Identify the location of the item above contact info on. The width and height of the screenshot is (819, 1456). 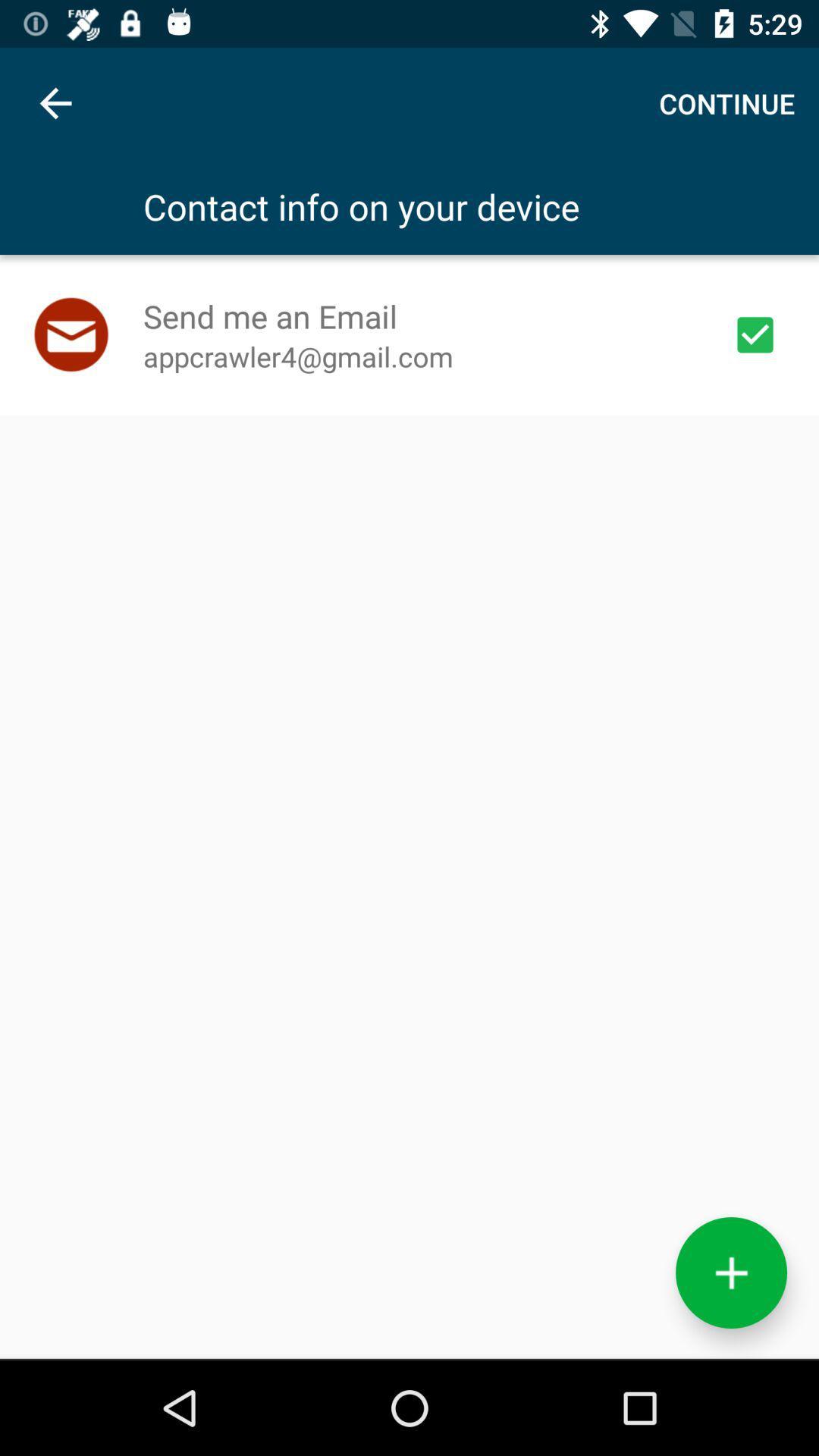
(726, 102).